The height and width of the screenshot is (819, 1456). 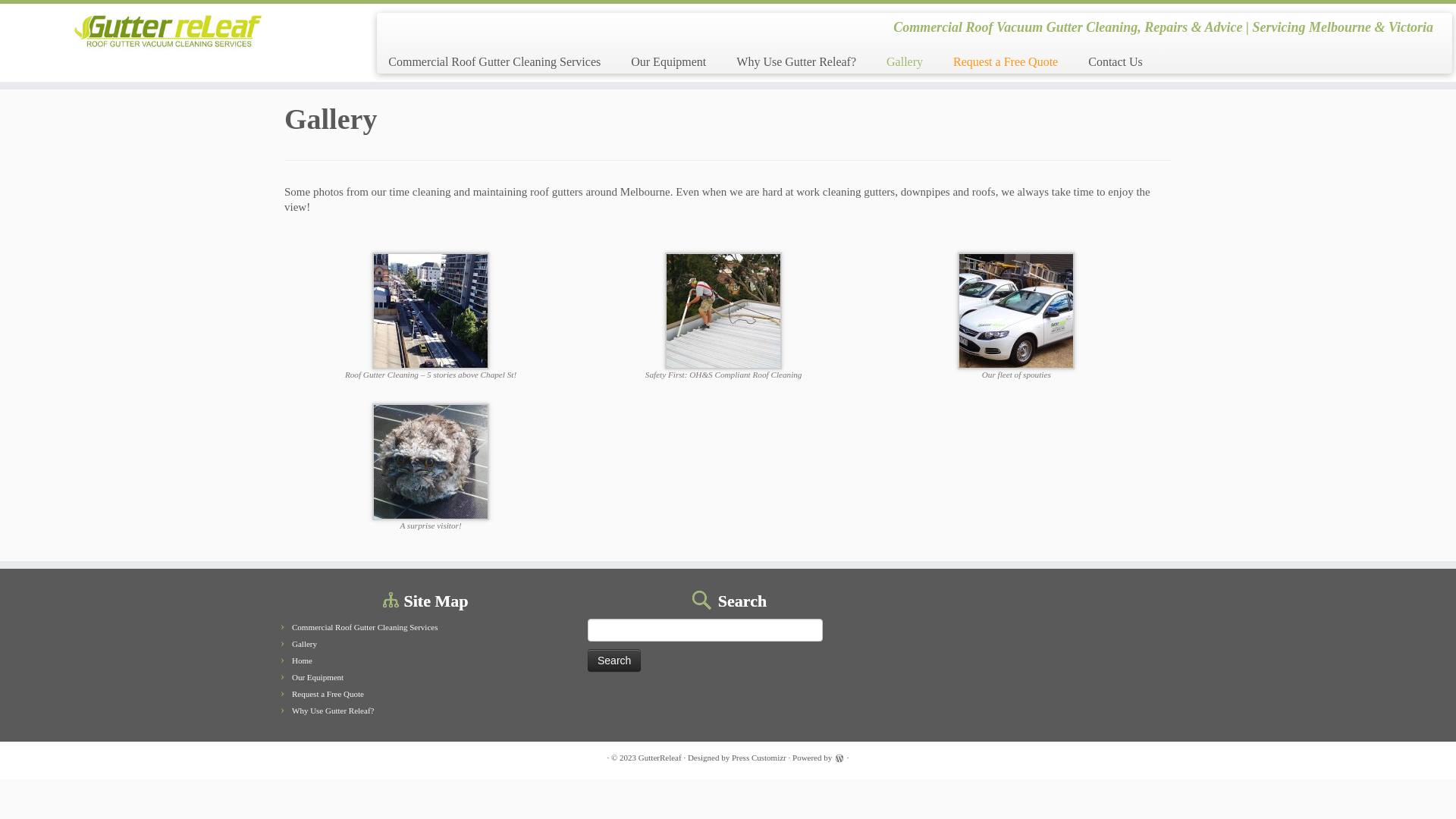 I want to click on 'Press Customizr', so click(x=759, y=758).